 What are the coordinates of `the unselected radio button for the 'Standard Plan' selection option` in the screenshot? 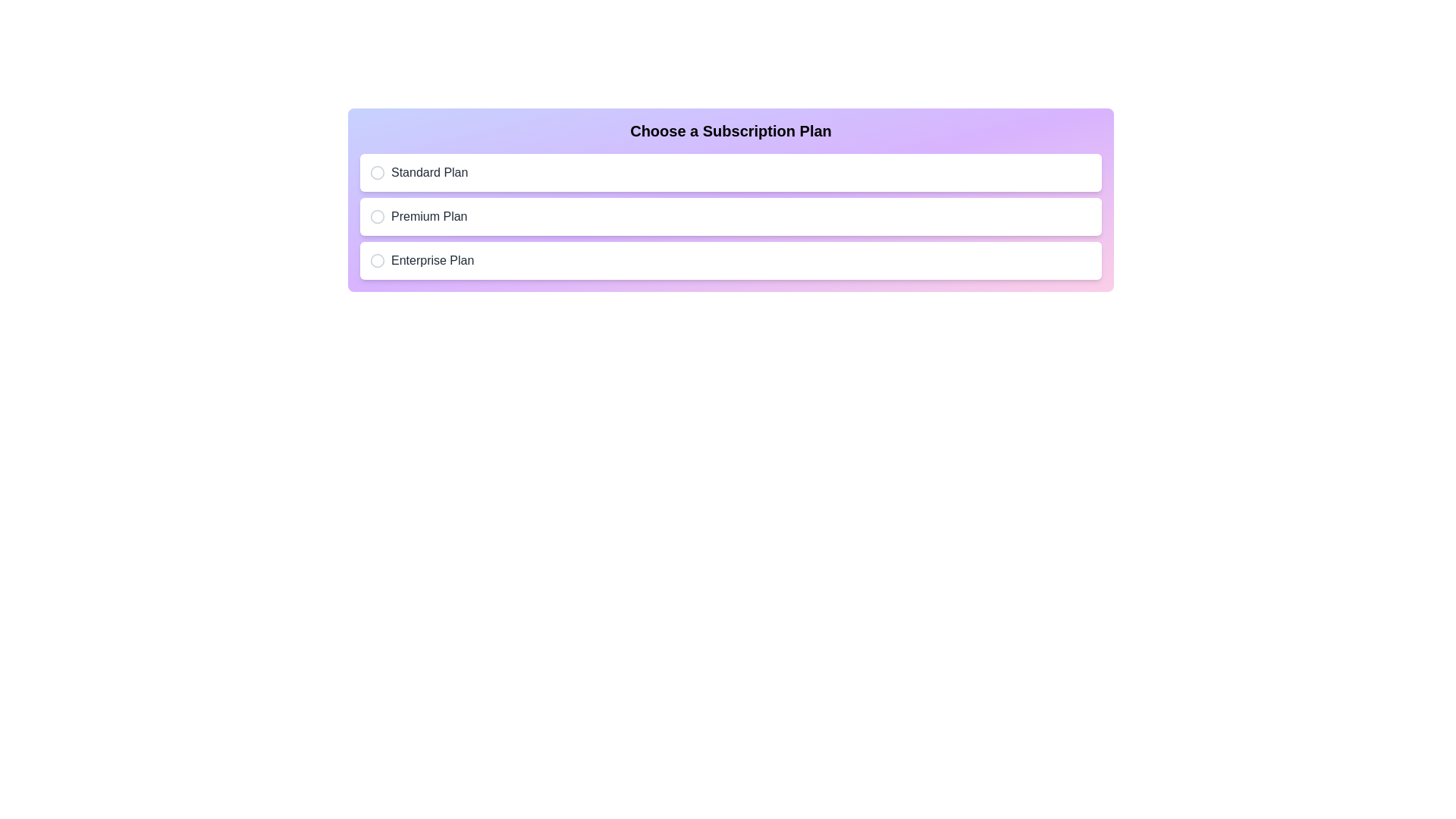 It's located at (378, 171).